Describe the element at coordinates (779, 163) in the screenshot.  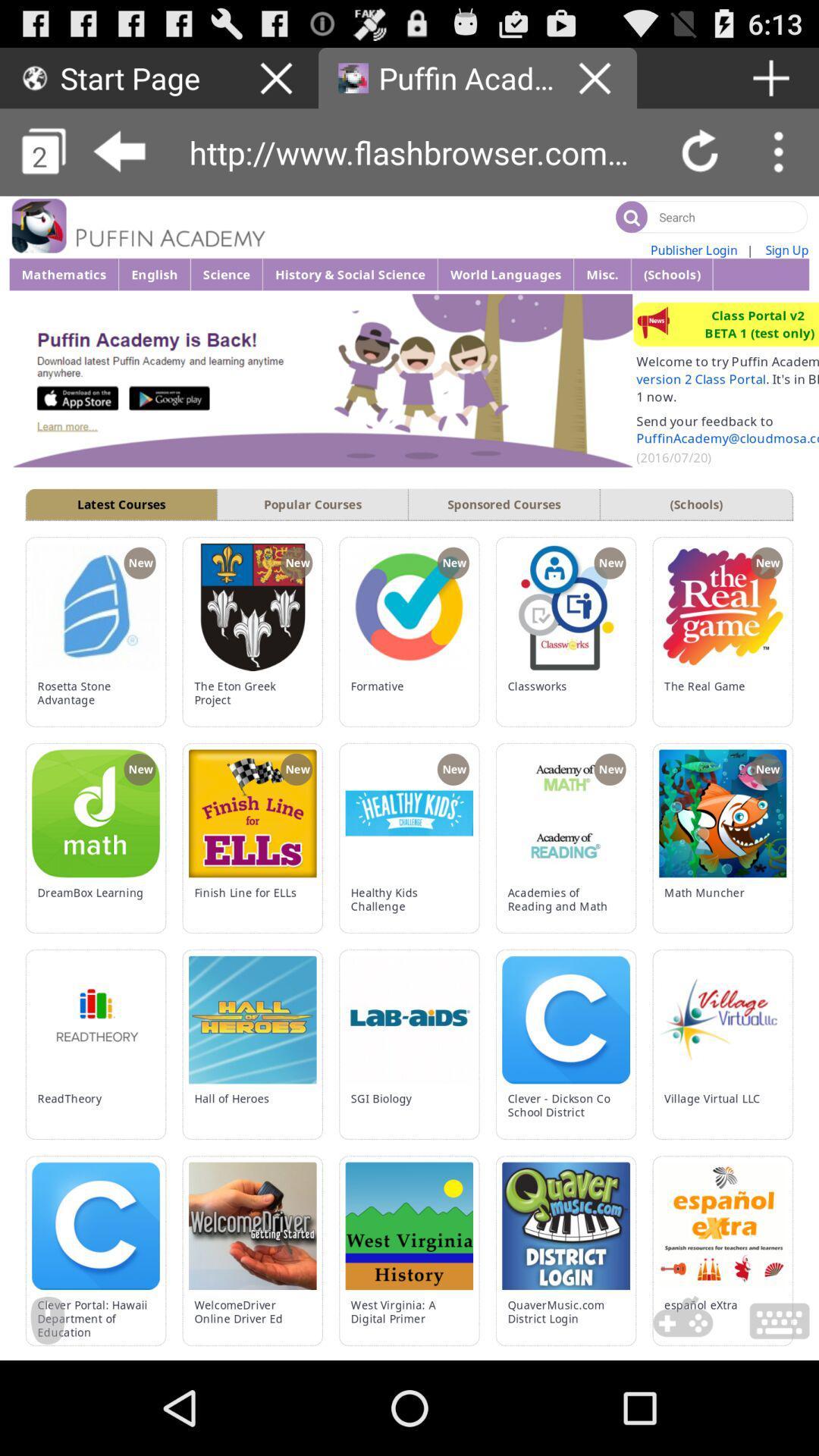
I see `the more icon` at that location.